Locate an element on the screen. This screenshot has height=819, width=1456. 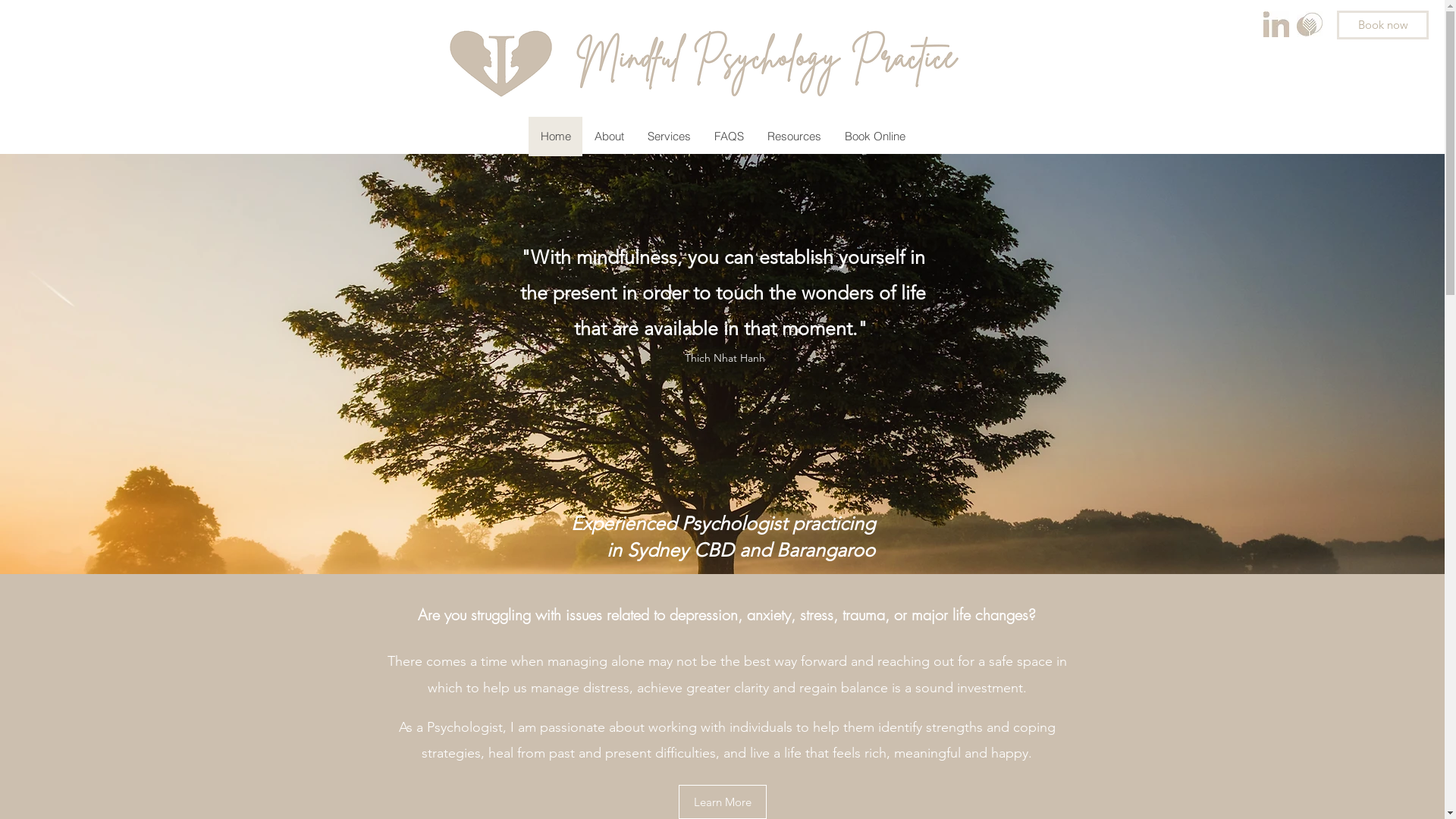
'Home' is located at coordinates (554, 136).